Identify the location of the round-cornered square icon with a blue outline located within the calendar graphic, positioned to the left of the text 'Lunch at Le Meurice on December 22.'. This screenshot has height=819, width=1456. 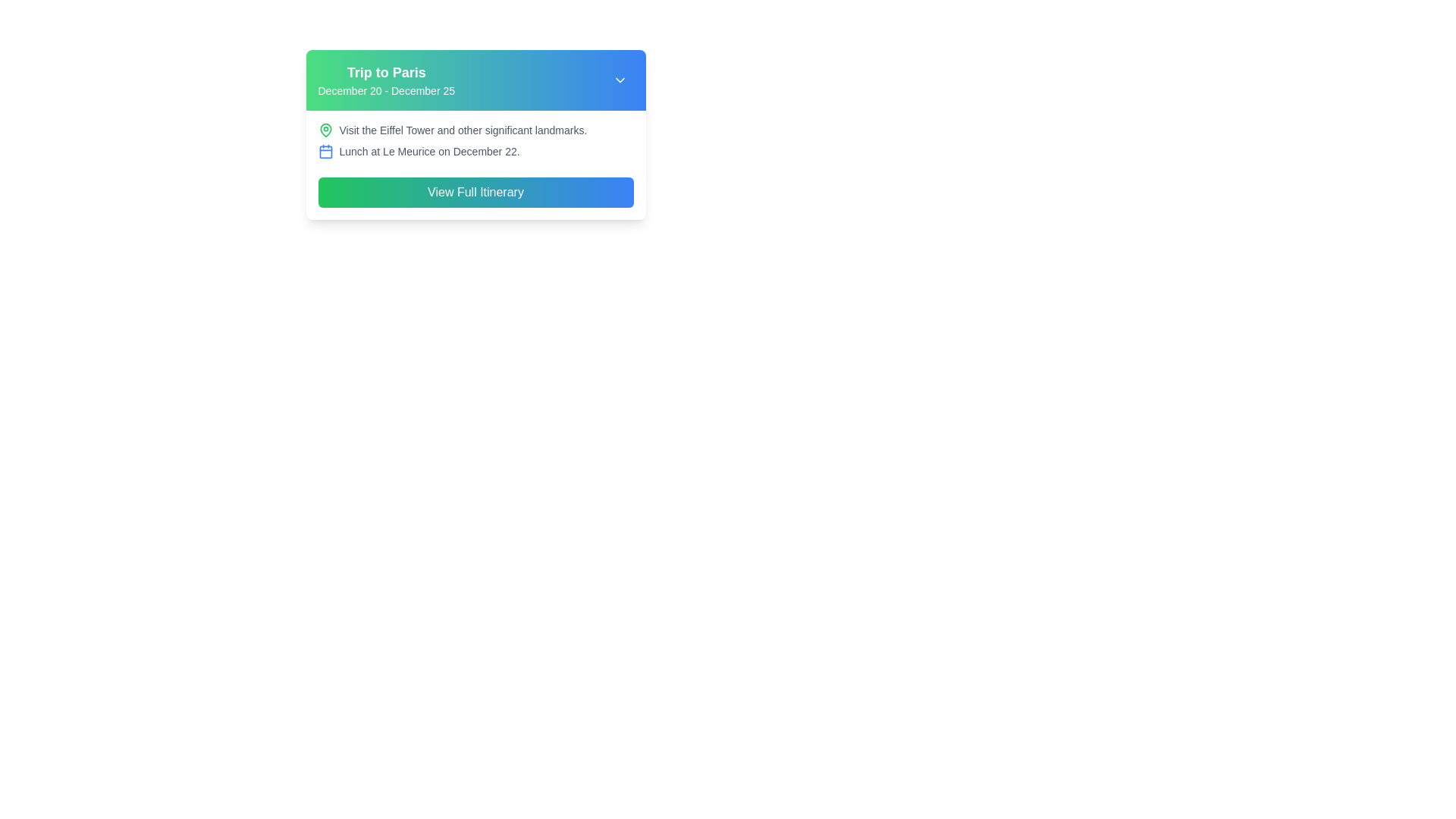
(325, 152).